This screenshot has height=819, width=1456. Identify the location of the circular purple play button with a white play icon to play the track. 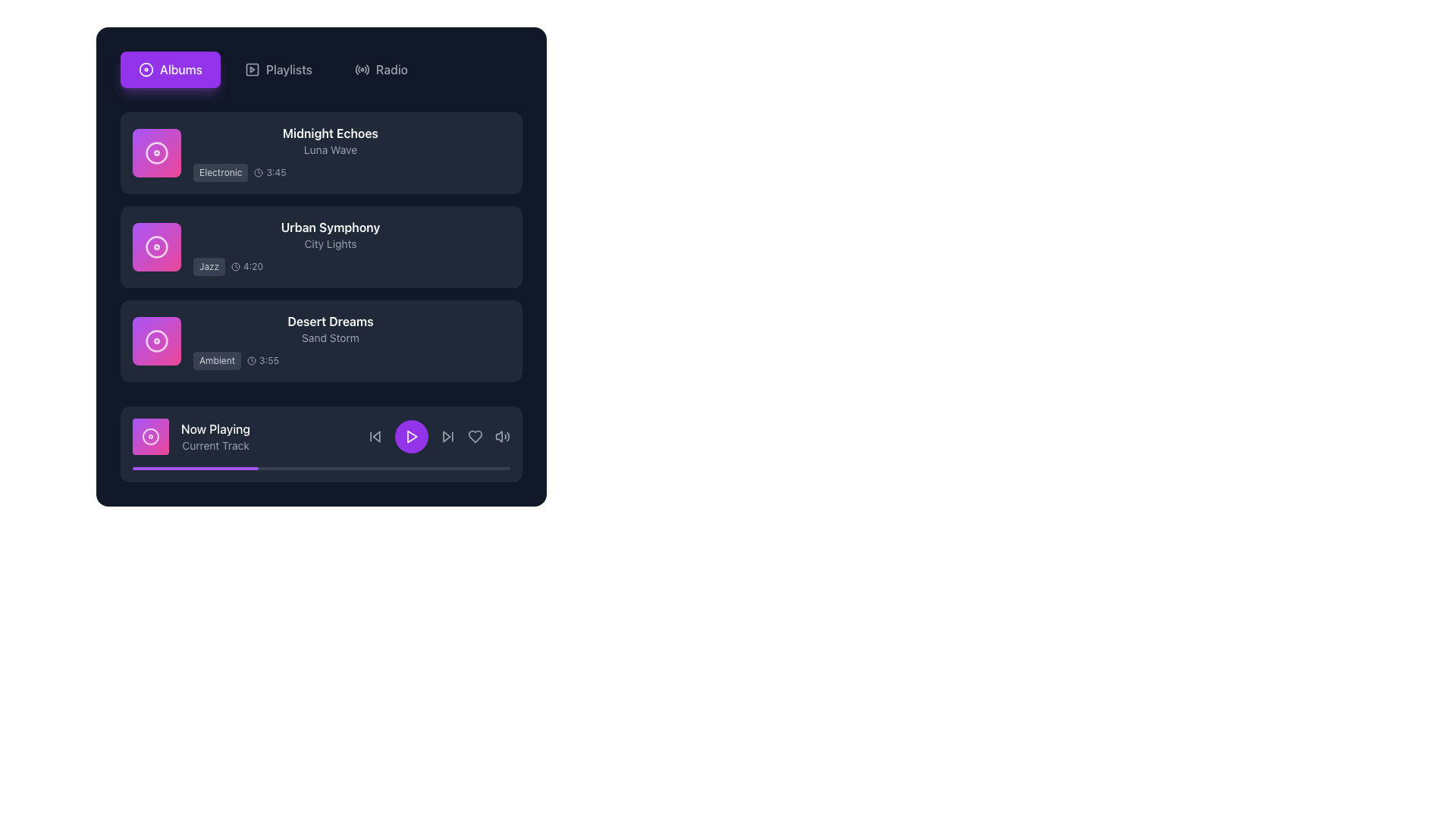
(411, 436).